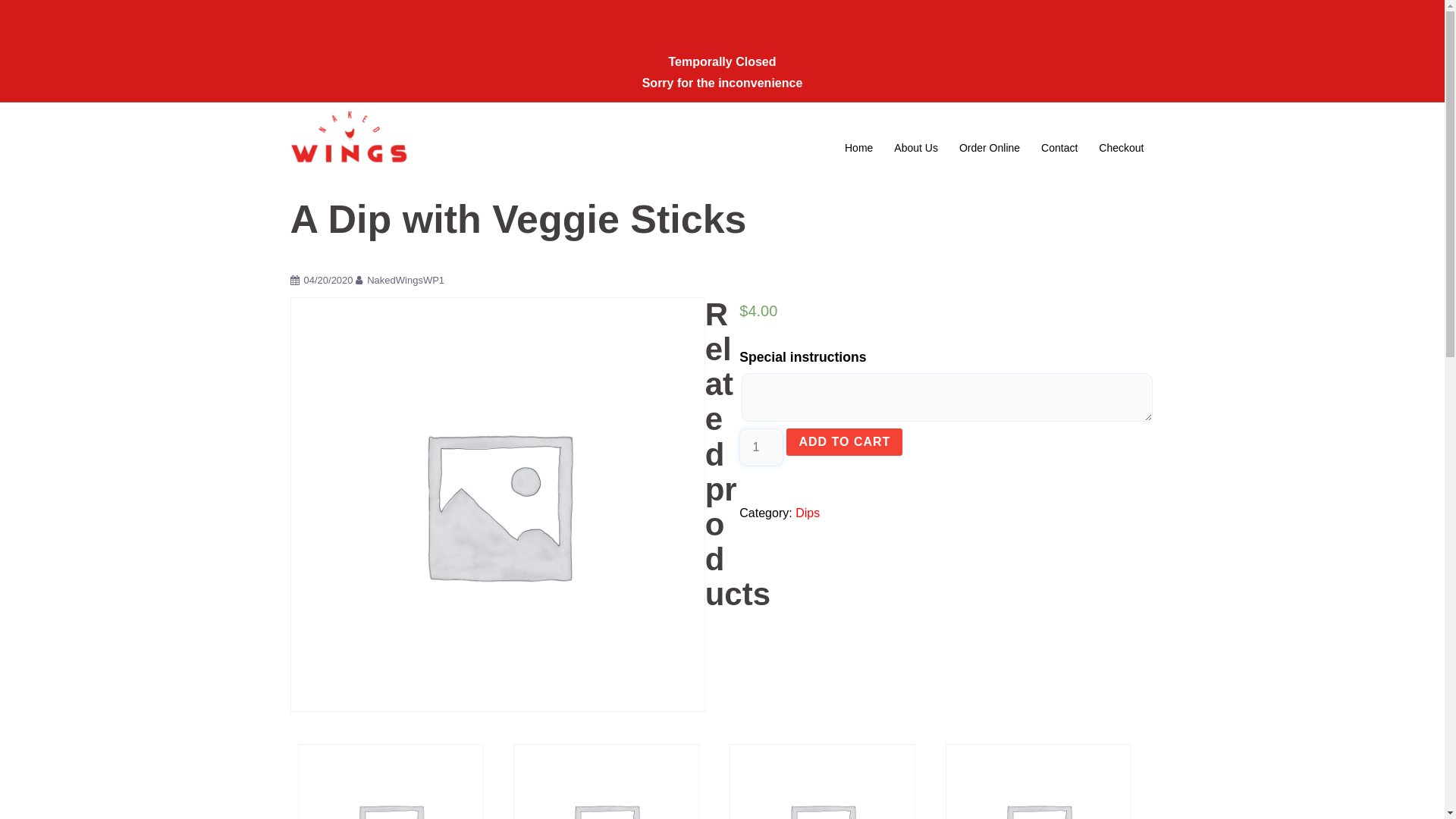 This screenshot has height=819, width=1456. What do you see at coordinates (915, 148) in the screenshot?
I see `'About Us'` at bounding box center [915, 148].